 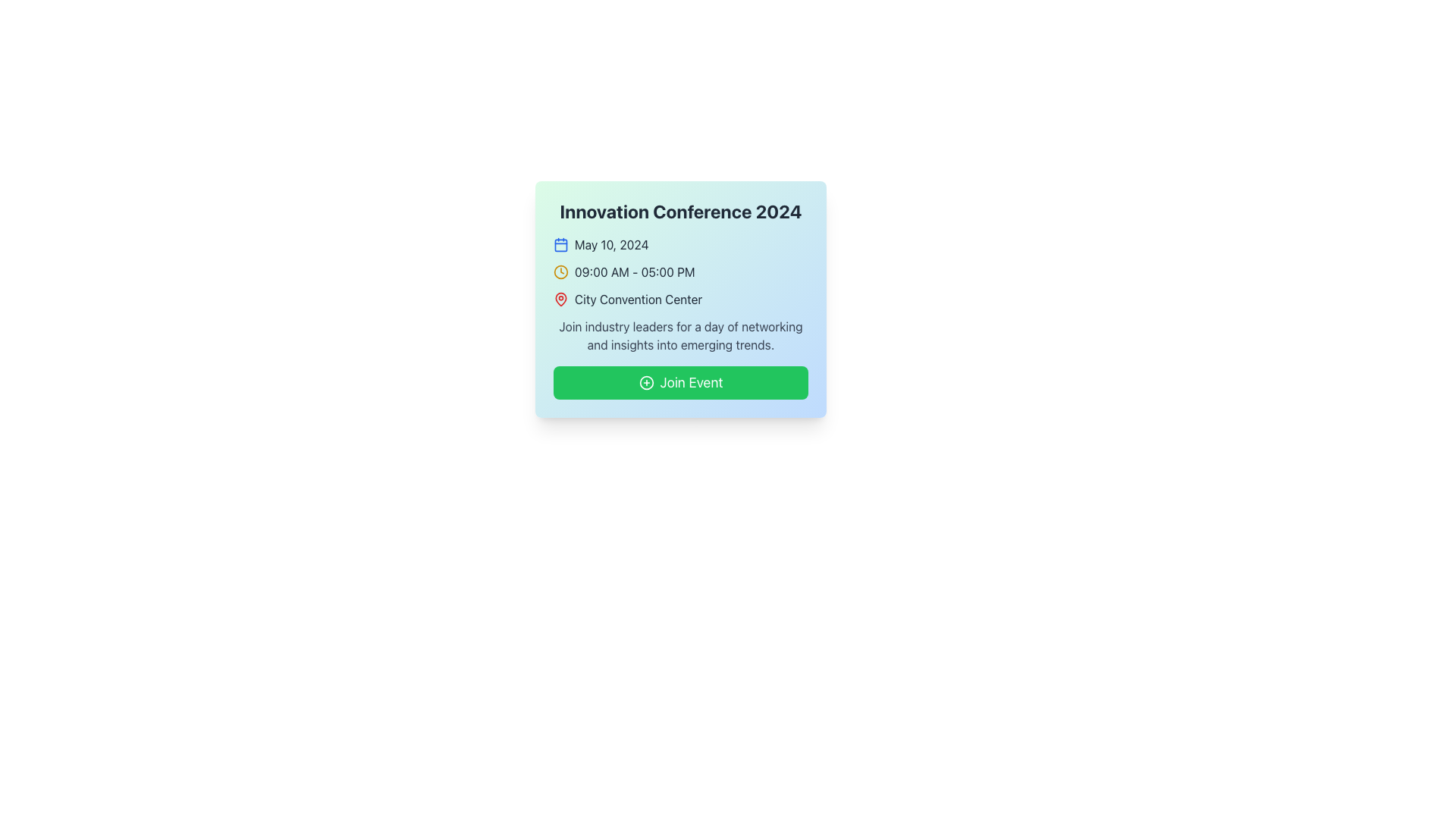 What do you see at coordinates (646, 382) in the screenshot?
I see `the circular icon that visually complements the 'Join Event' button located at the bottom of the event information card` at bounding box center [646, 382].